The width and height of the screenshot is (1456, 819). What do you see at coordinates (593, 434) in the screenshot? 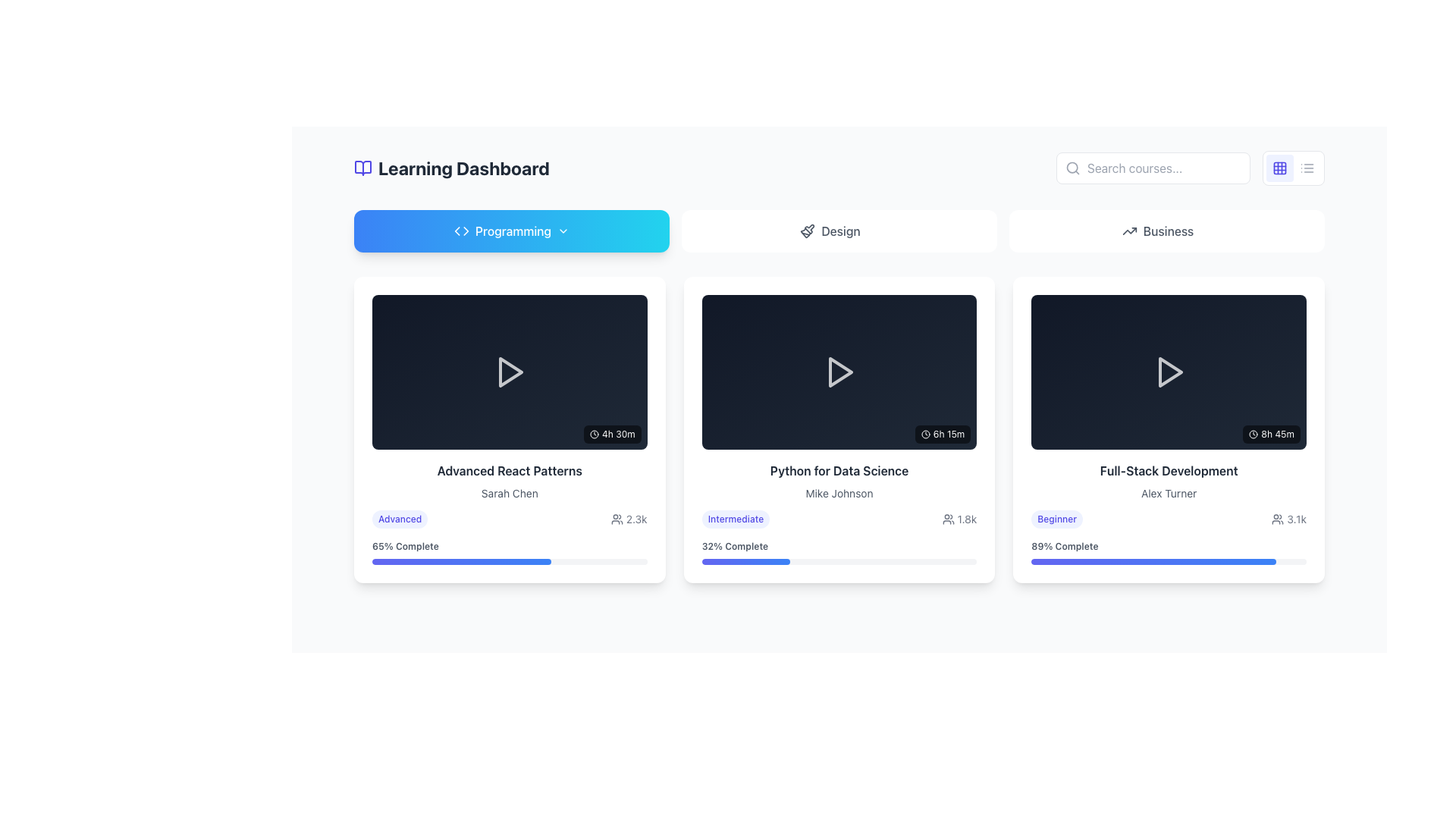
I see `the SVG circle element that represents the outer part of the clock icon located in the bottom-right section of the category panel` at bounding box center [593, 434].